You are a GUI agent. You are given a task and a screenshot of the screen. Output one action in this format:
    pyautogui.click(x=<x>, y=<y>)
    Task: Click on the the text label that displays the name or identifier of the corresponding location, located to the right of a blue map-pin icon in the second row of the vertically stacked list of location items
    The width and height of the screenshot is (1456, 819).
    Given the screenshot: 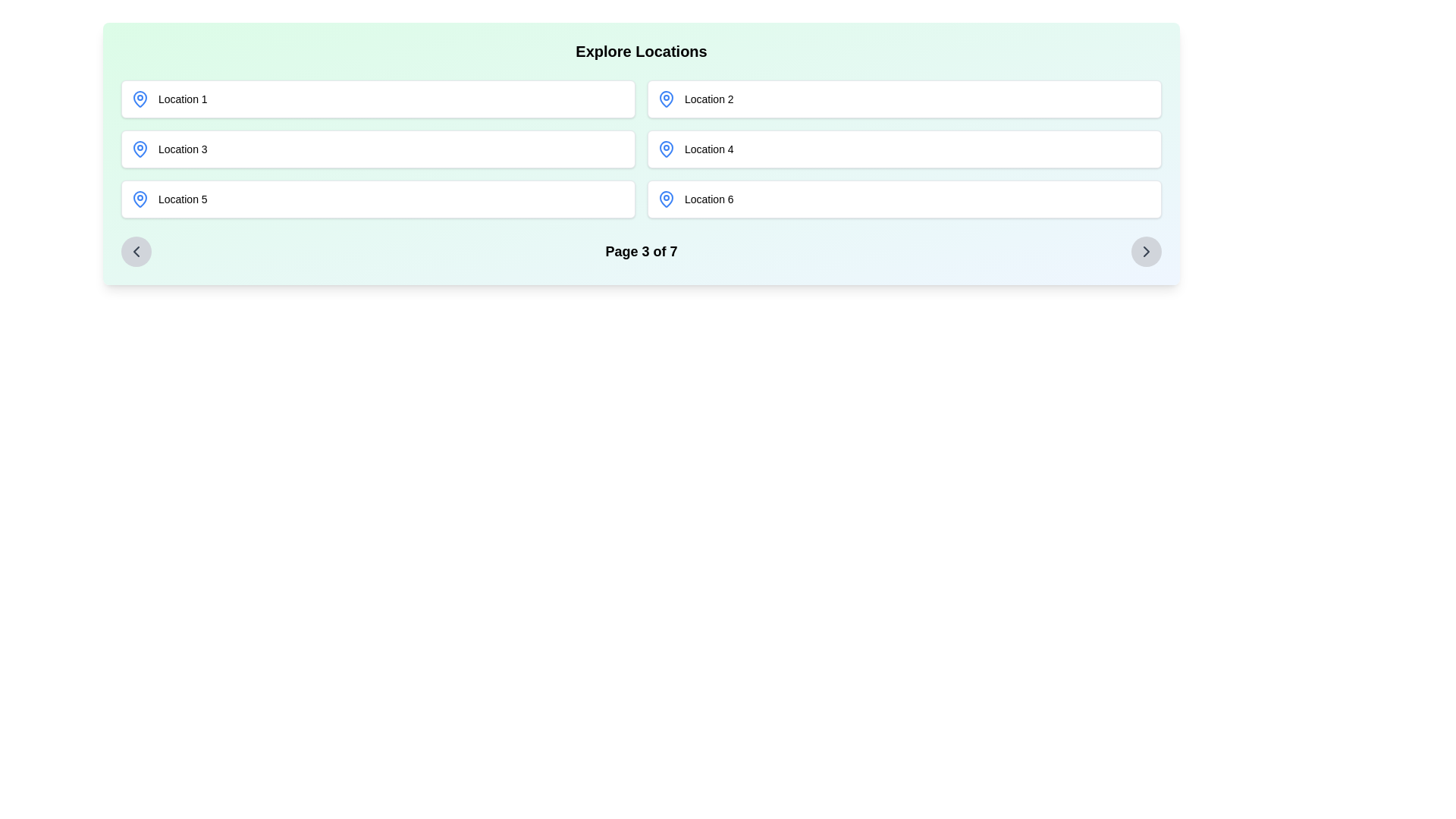 What is the action you would take?
    pyautogui.click(x=182, y=149)
    